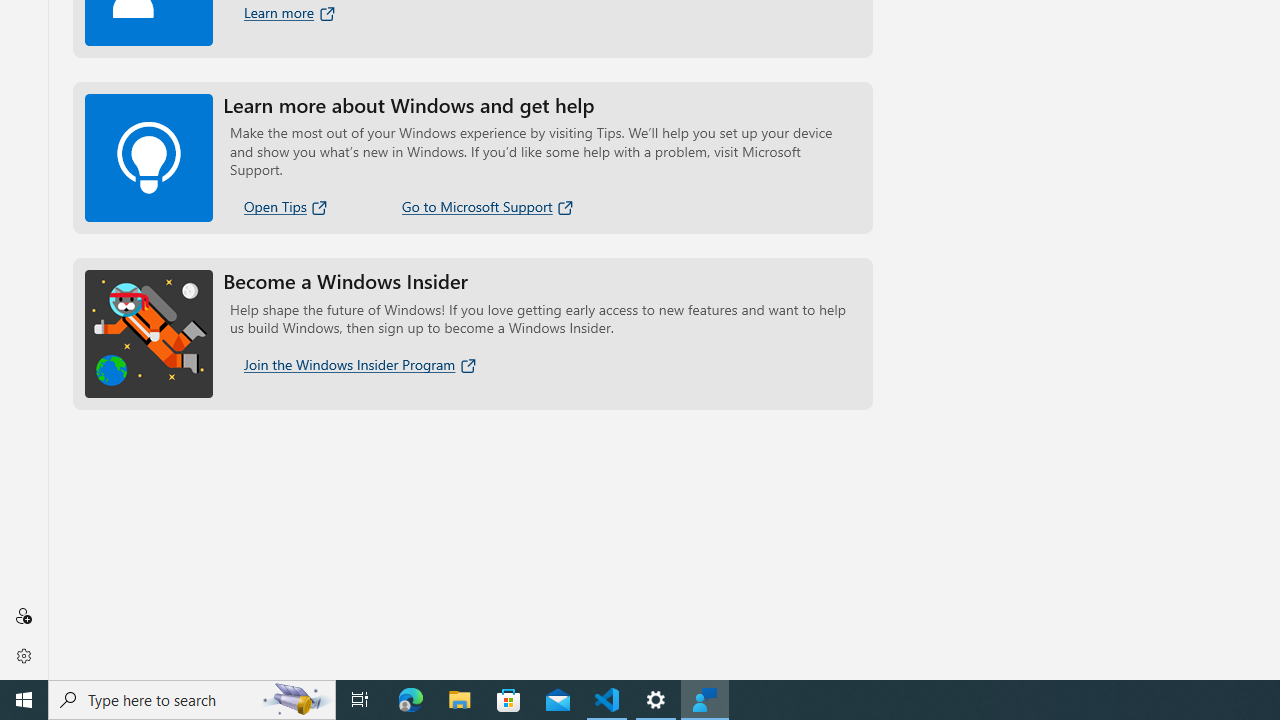 The image size is (1280, 720). Describe the element at coordinates (488, 206) in the screenshot. I see `'Go to Microsoft Support'` at that location.